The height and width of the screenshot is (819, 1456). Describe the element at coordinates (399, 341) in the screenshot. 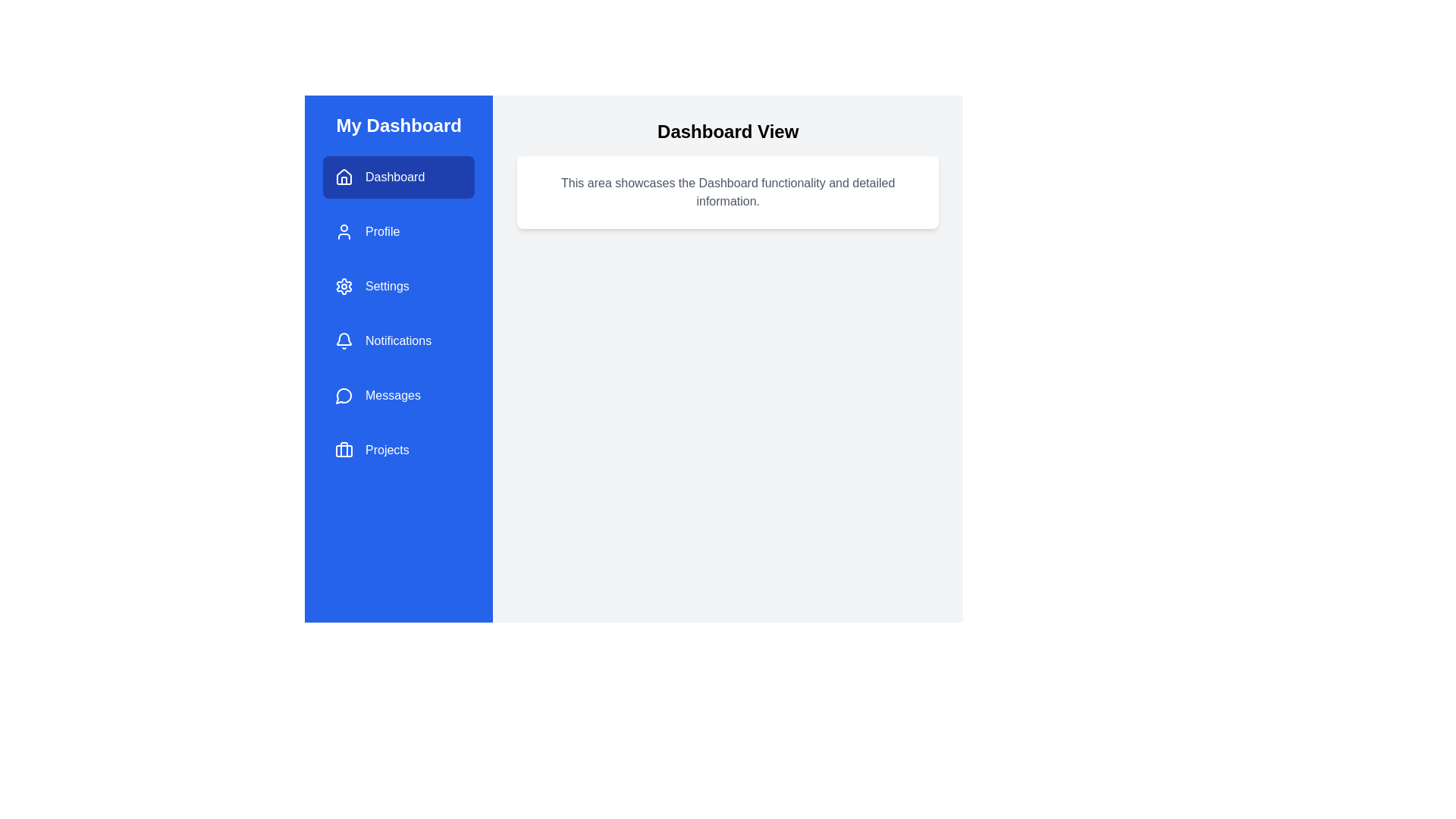

I see `the menu item Notifications` at that location.